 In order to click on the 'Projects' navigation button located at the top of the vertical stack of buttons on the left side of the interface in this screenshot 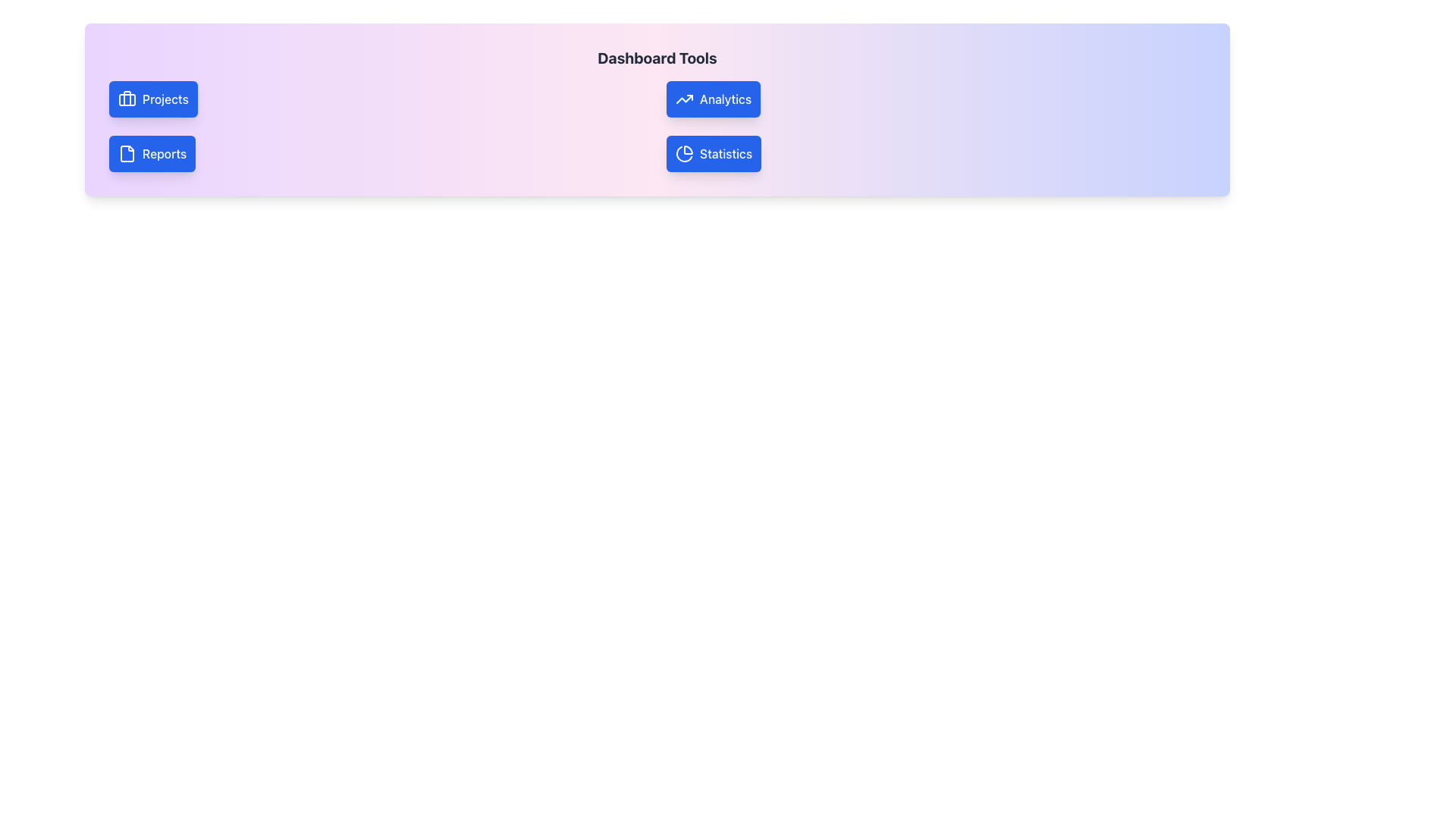, I will do `click(153, 99)`.